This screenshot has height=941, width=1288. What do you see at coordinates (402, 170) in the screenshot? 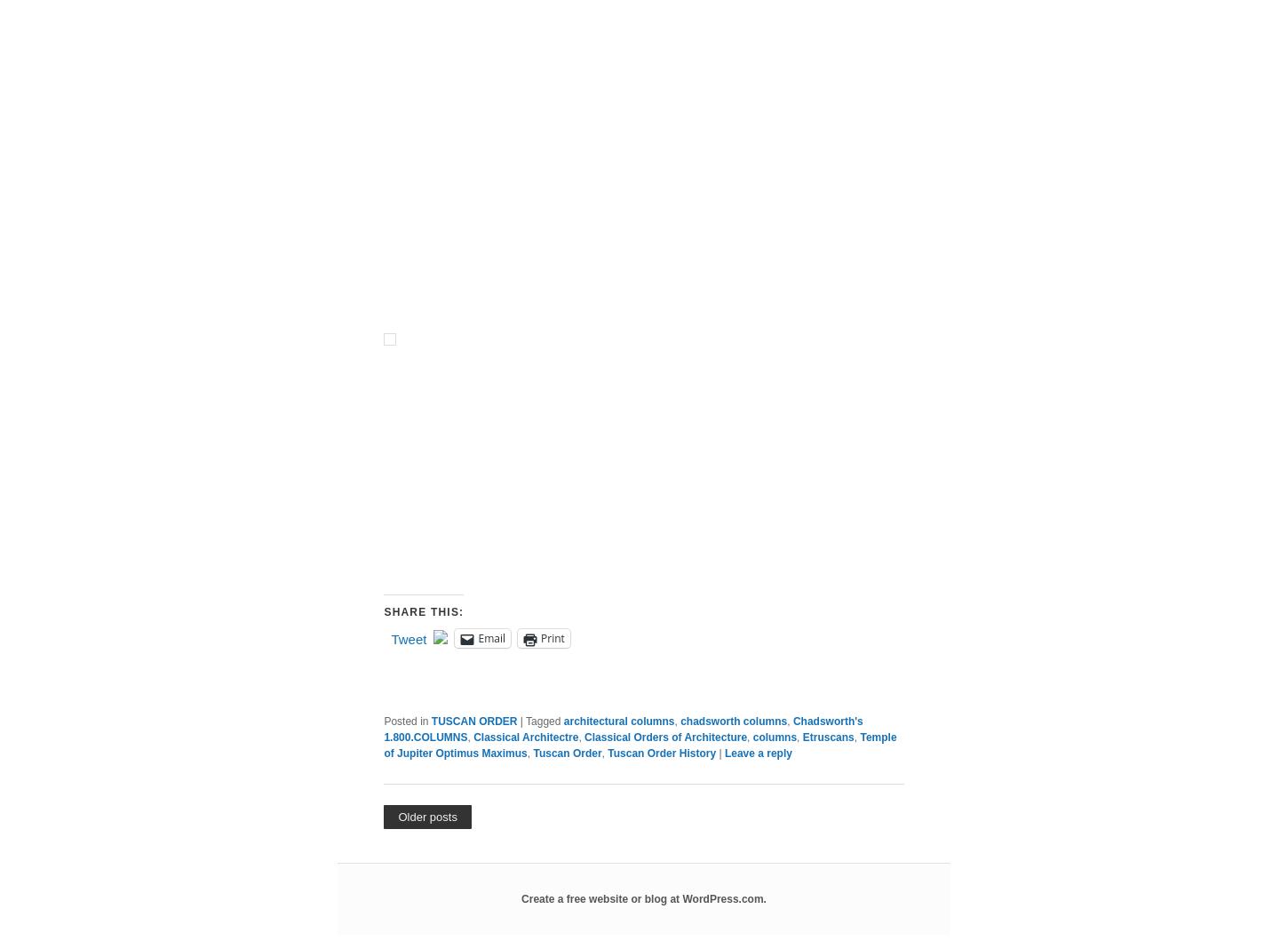
I see `'PLATES'` at bounding box center [402, 170].